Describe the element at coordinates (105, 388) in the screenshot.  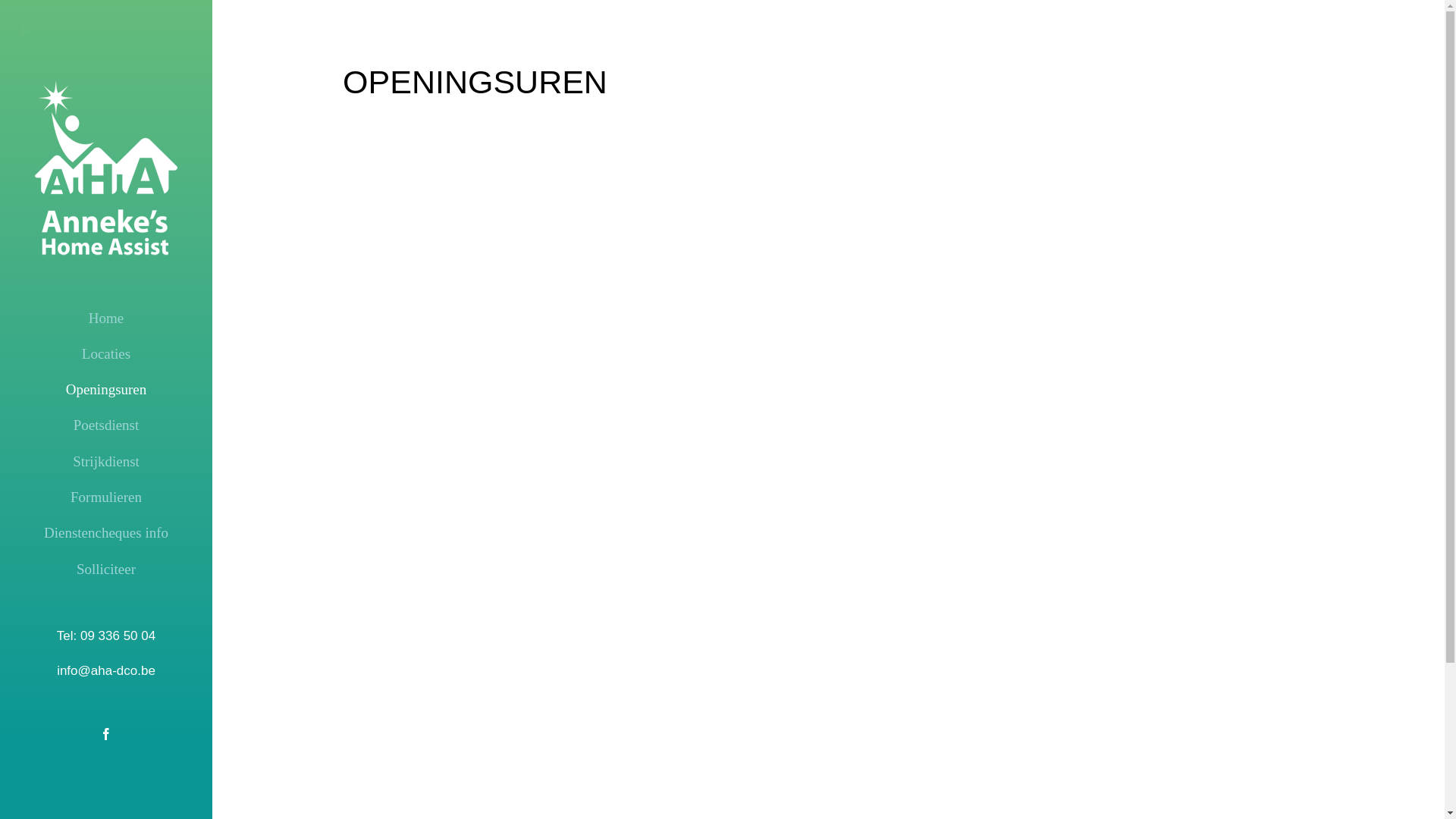
I see `'Openingsuren'` at that location.